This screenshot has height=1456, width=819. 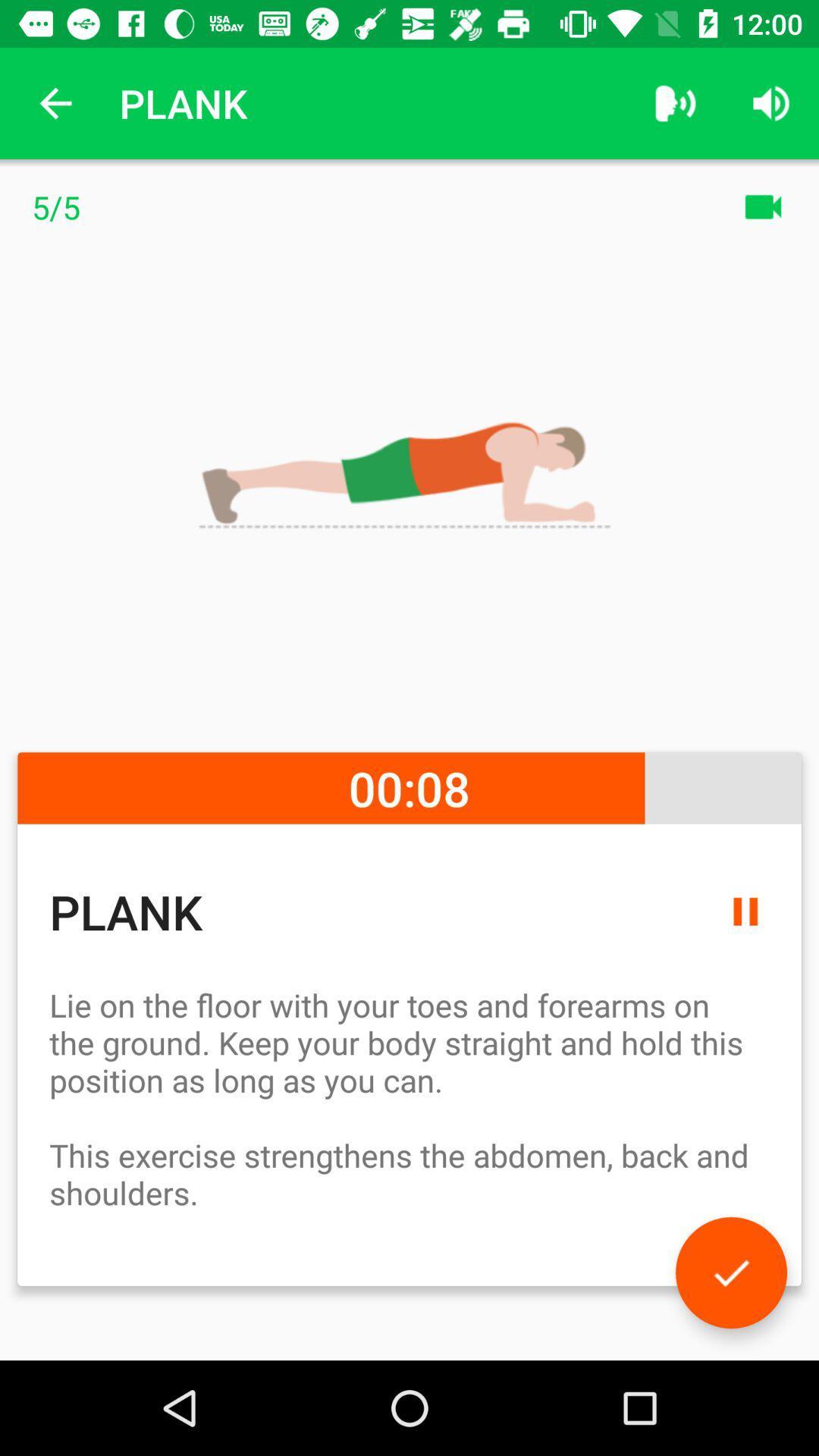 What do you see at coordinates (730, 1272) in the screenshot?
I see `icon below lie on the icon` at bounding box center [730, 1272].